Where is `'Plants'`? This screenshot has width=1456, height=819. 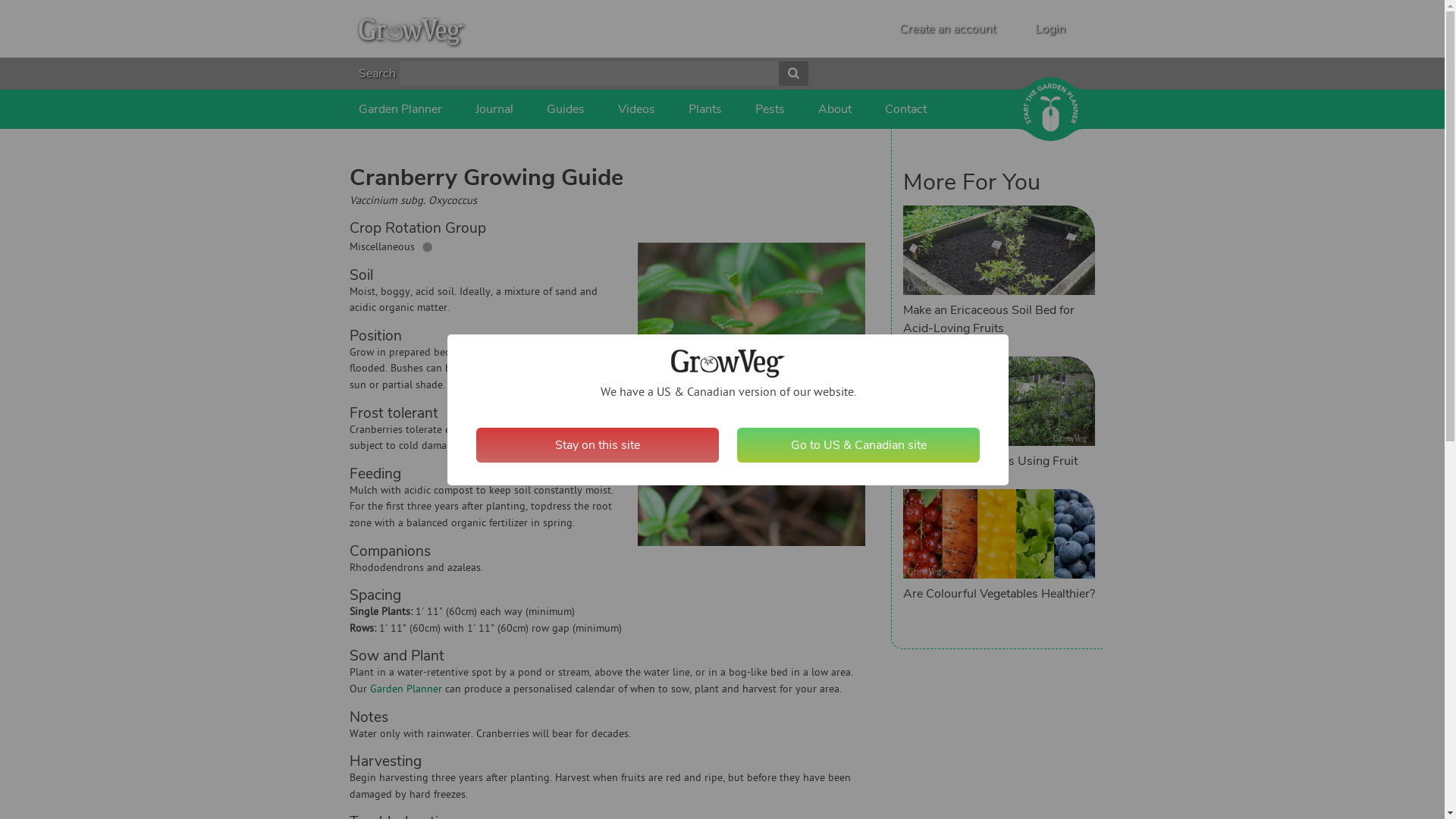 'Plants' is located at coordinates (704, 108).